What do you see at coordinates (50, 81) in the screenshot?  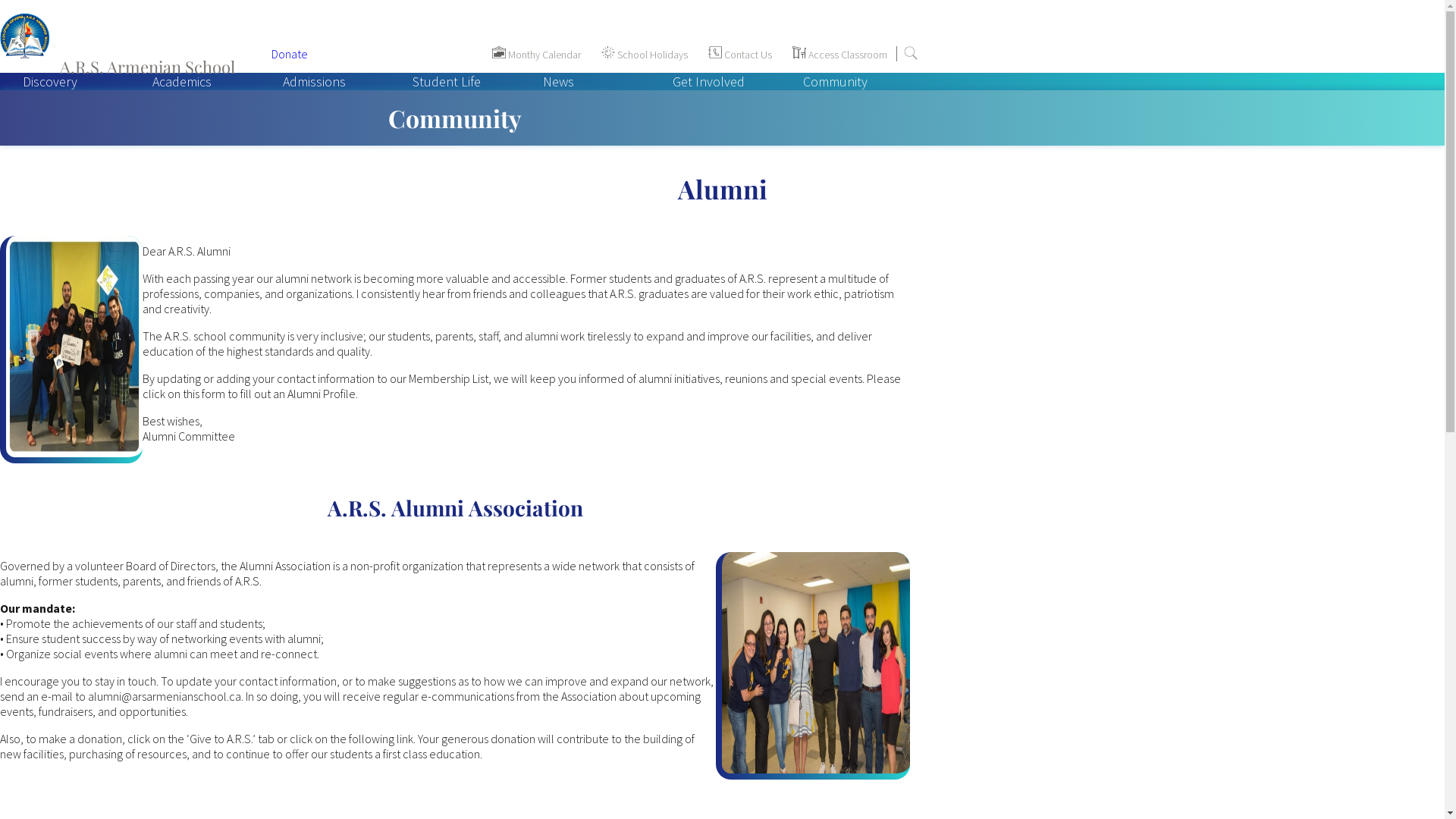 I see `'Discovery'` at bounding box center [50, 81].